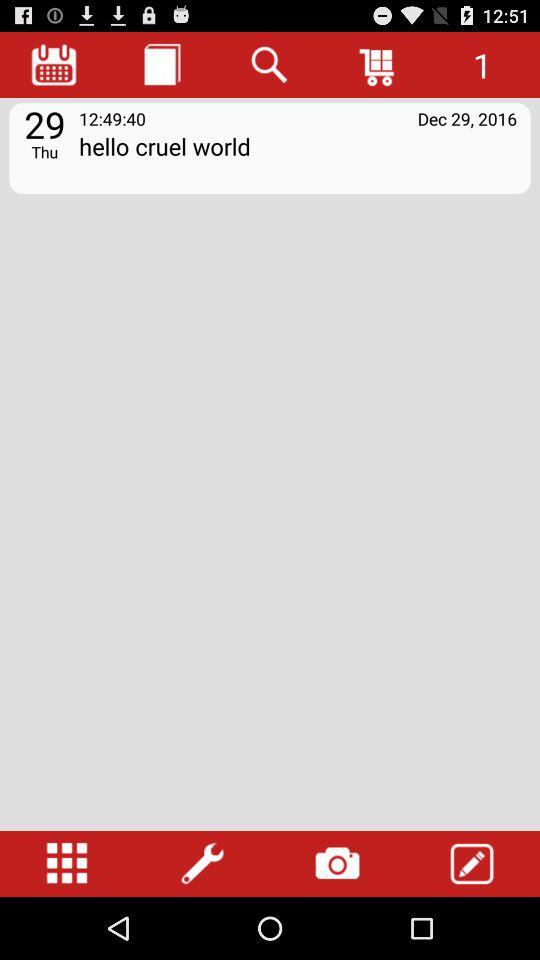 The height and width of the screenshot is (960, 540). Describe the element at coordinates (67, 863) in the screenshot. I see `large icons` at that location.